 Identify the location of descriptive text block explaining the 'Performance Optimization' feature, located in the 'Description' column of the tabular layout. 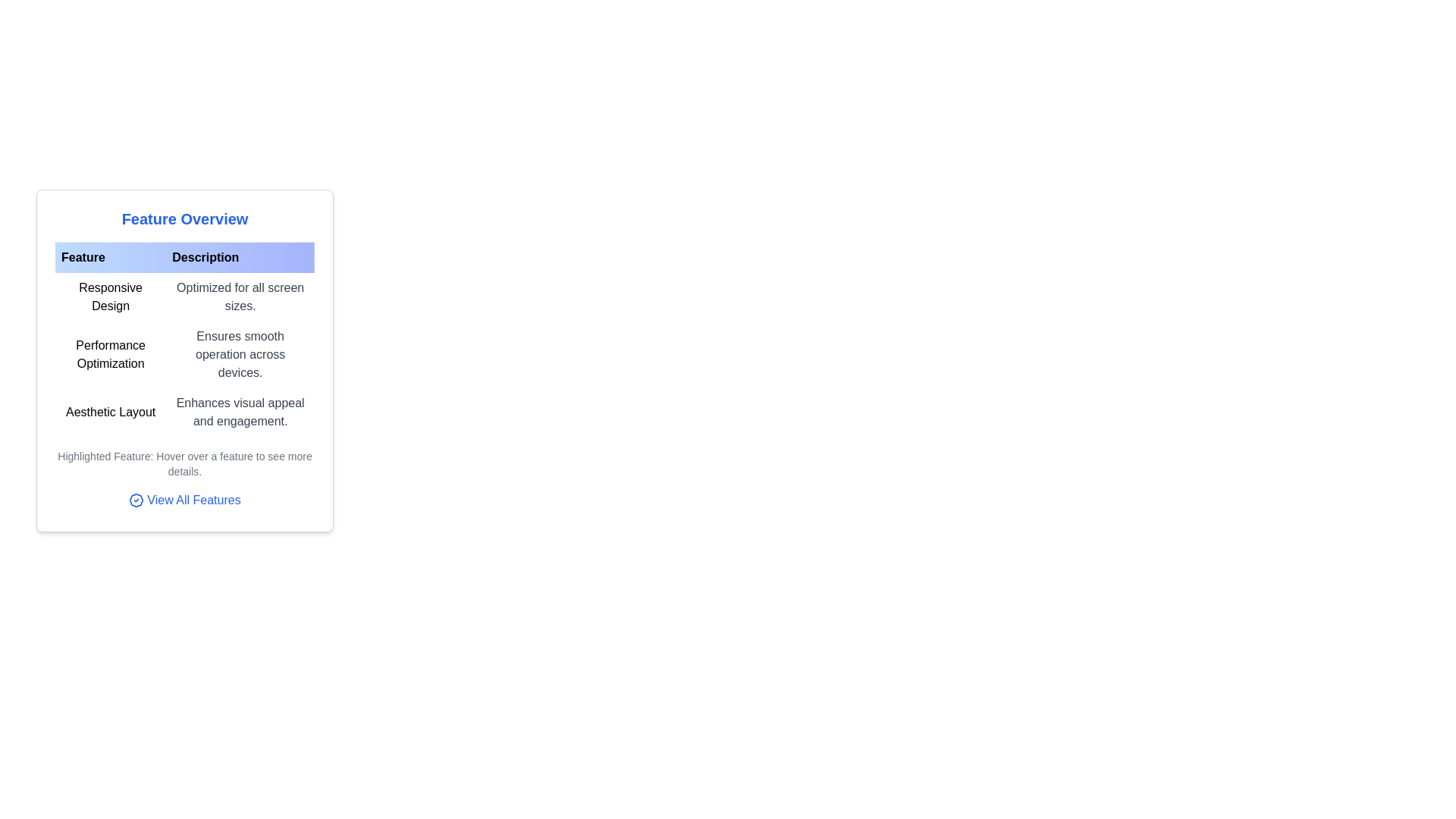
(240, 354).